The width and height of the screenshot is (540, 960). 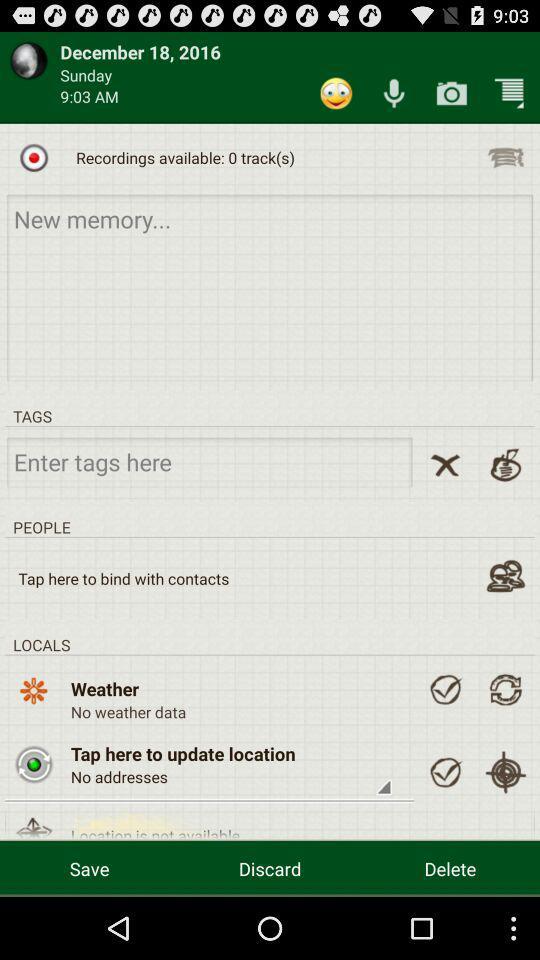 I want to click on weather setting option, so click(x=445, y=689).